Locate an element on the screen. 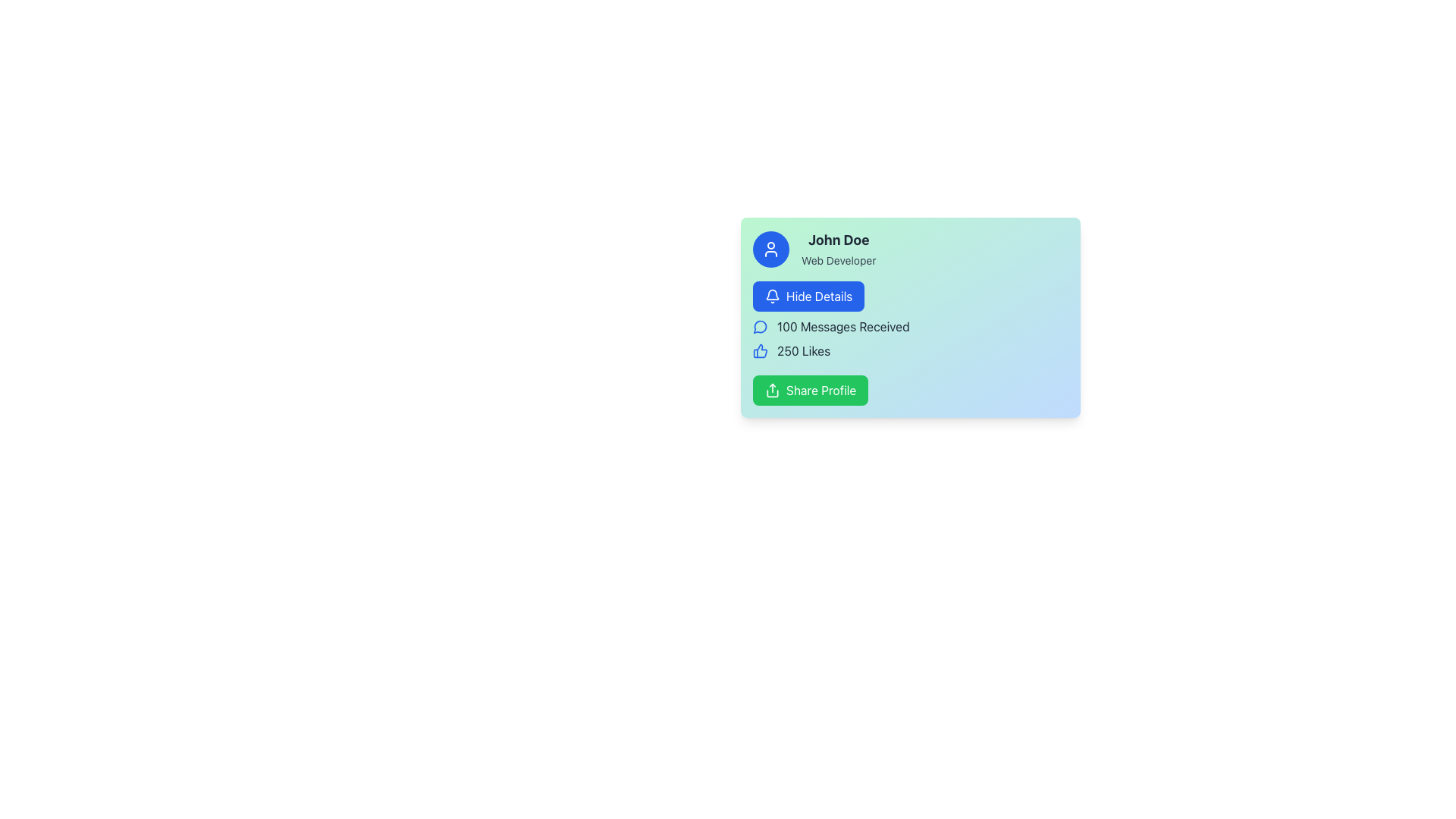 This screenshot has width=1456, height=819. the SVG bell icon located within the 'Hide Details' button, which is distinguishable by its blue background and positioned between the user name and statistics is located at coordinates (772, 296).